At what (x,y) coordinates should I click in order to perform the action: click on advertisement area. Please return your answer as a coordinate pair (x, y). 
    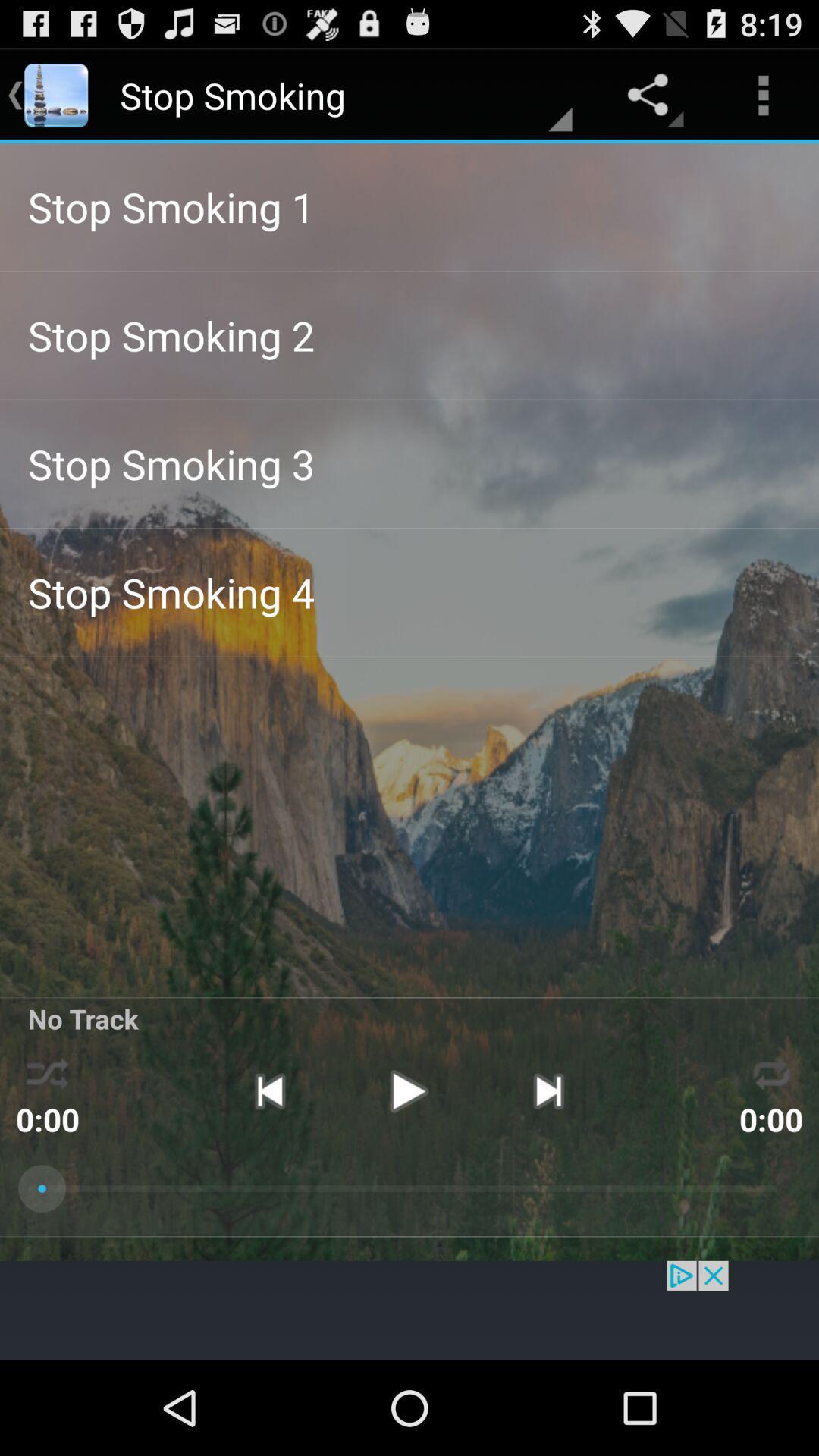
    Looking at the image, I should click on (409, 1310).